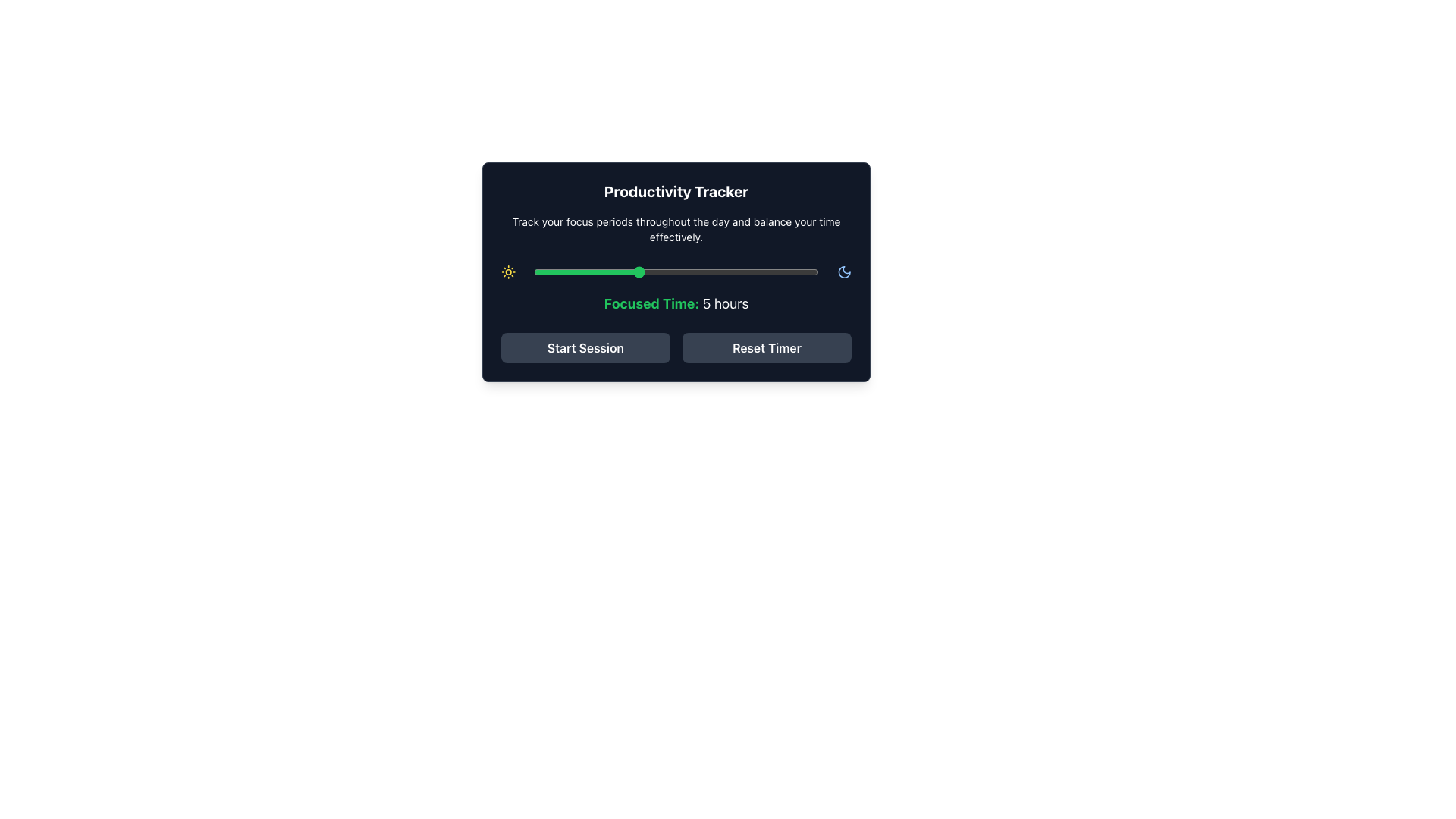 The image size is (1456, 819). Describe the element at coordinates (767, 348) in the screenshot. I see `the reset timer button located in the bottom-right section of the central card to change its background color` at that location.